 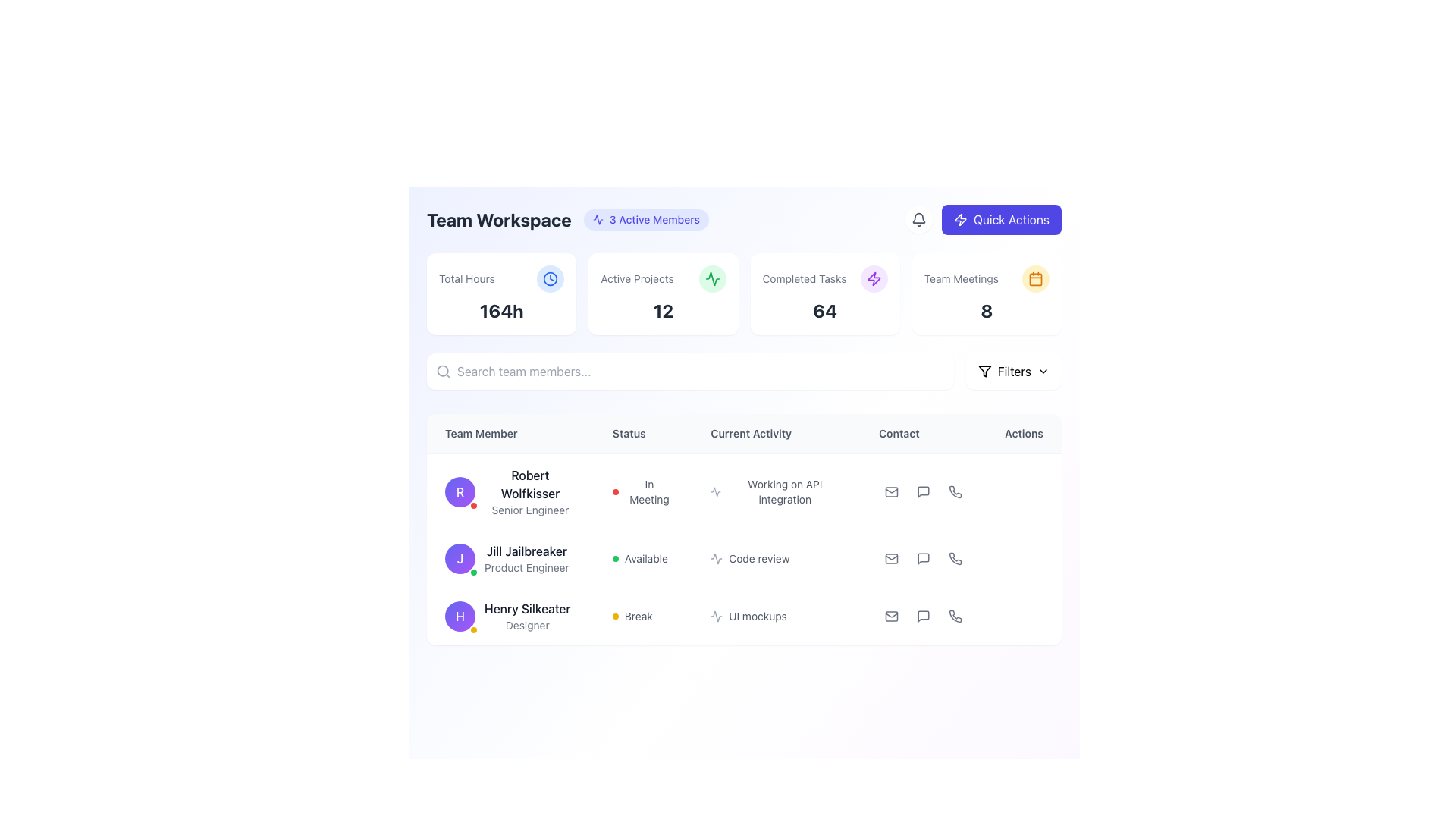 What do you see at coordinates (987, 294) in the screenshot?
I see `the Informational Card displaying 'Team Meetings' with the number '8' and a calendar icon to the right, located in the top-right section of the interface` at bounding box center [987, 294].